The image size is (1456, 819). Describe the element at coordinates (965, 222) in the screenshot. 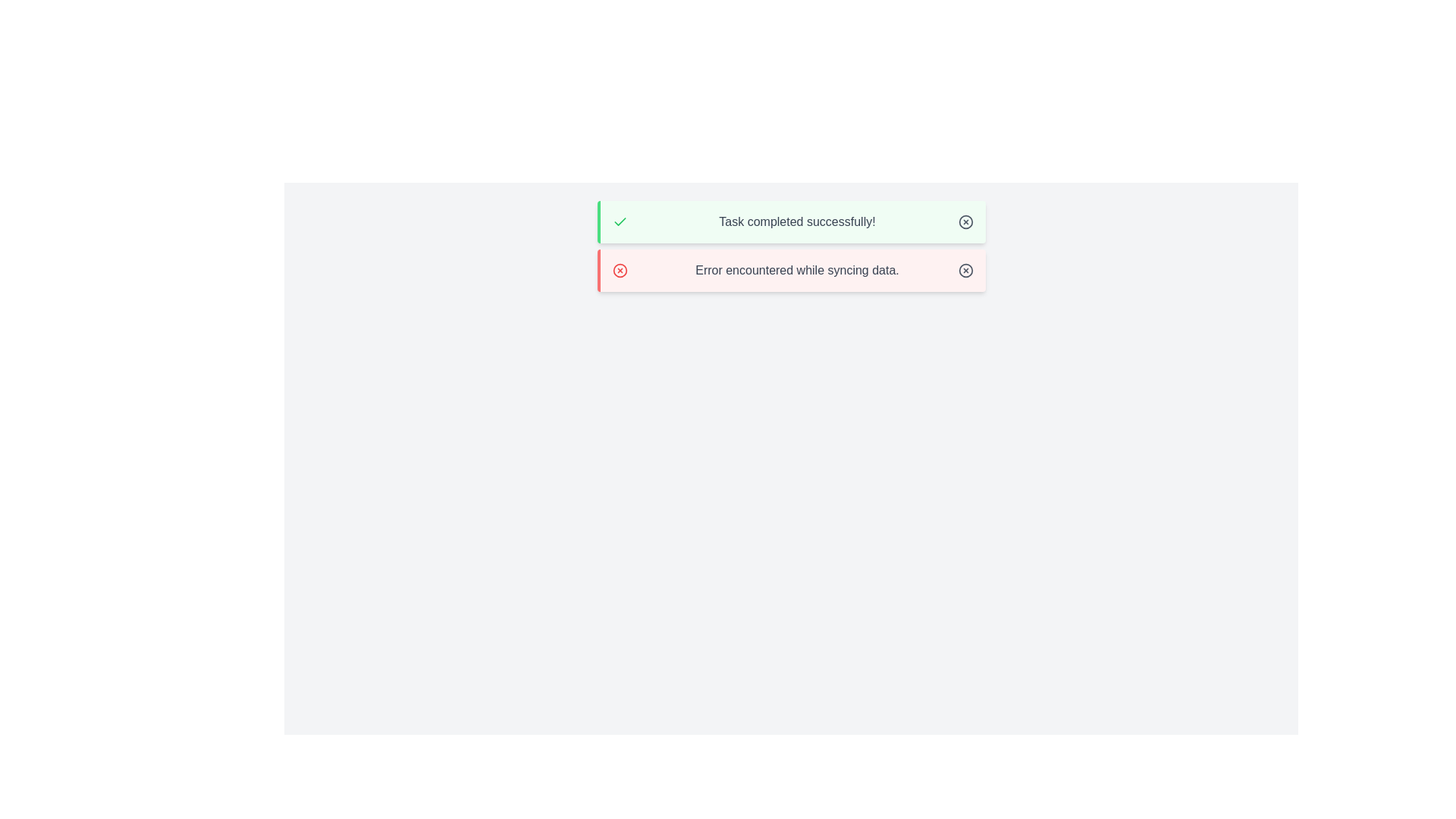

I see `the close (X) button icon in the notification bar that indicates 'Task completed successfully!', which is located at the far-right end of the bar` at that location.